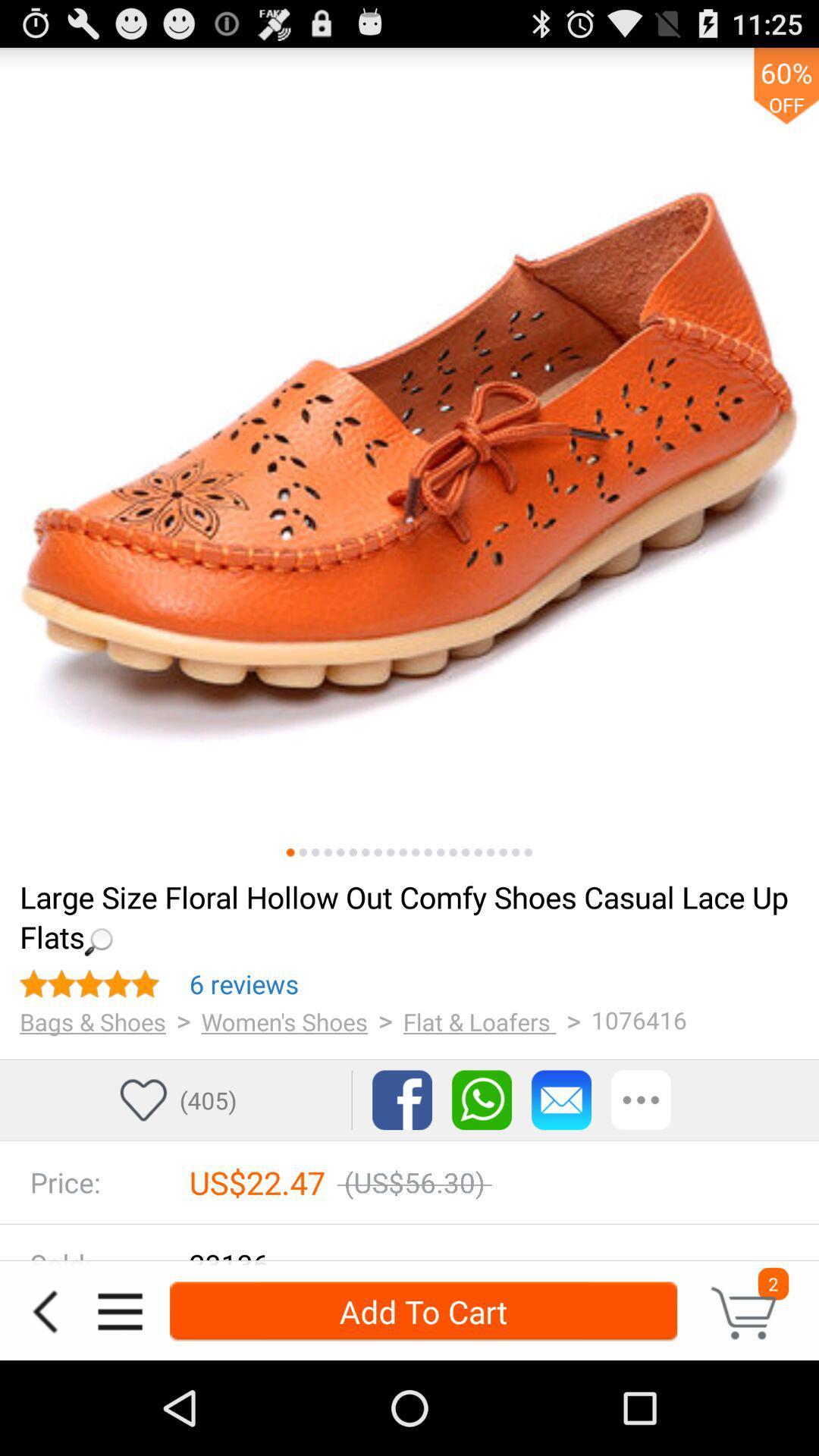  What do you see at coordinates (303, 852) in the screenshot?
I see `next image` at bounding box center [303, 852].